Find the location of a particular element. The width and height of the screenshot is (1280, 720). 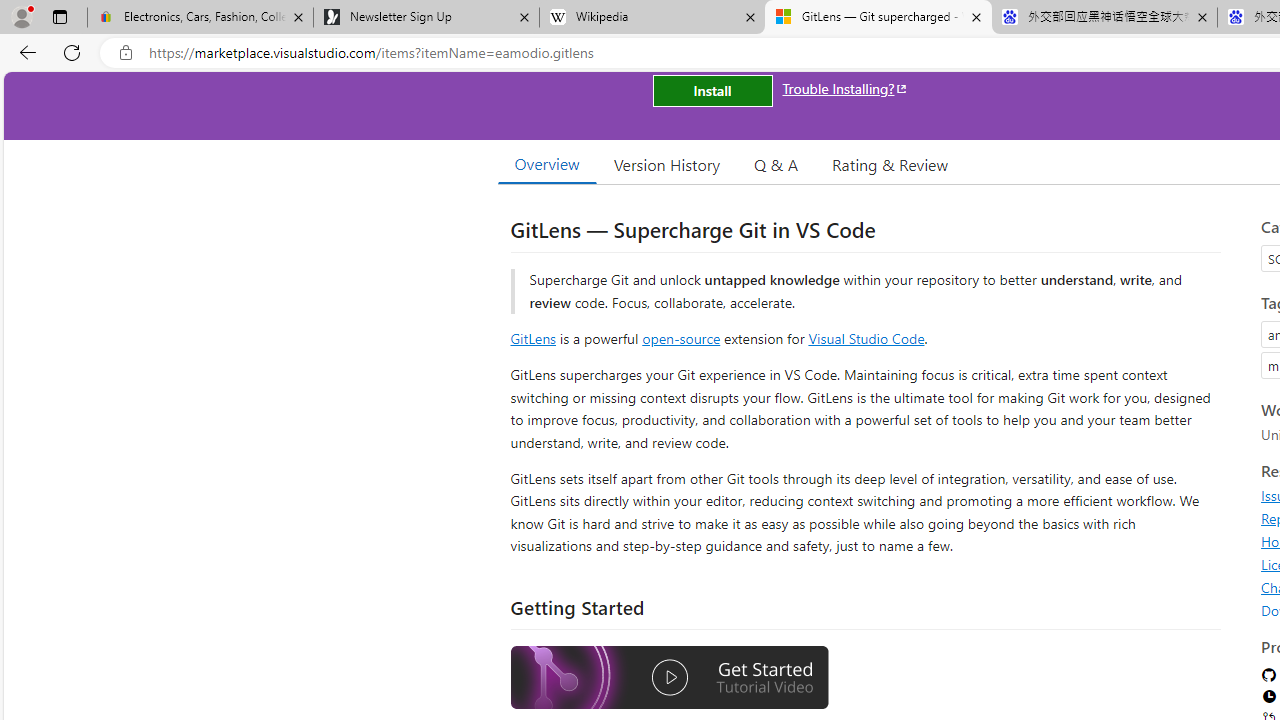

'Wikipedia' is located at coordinates (652, 17).